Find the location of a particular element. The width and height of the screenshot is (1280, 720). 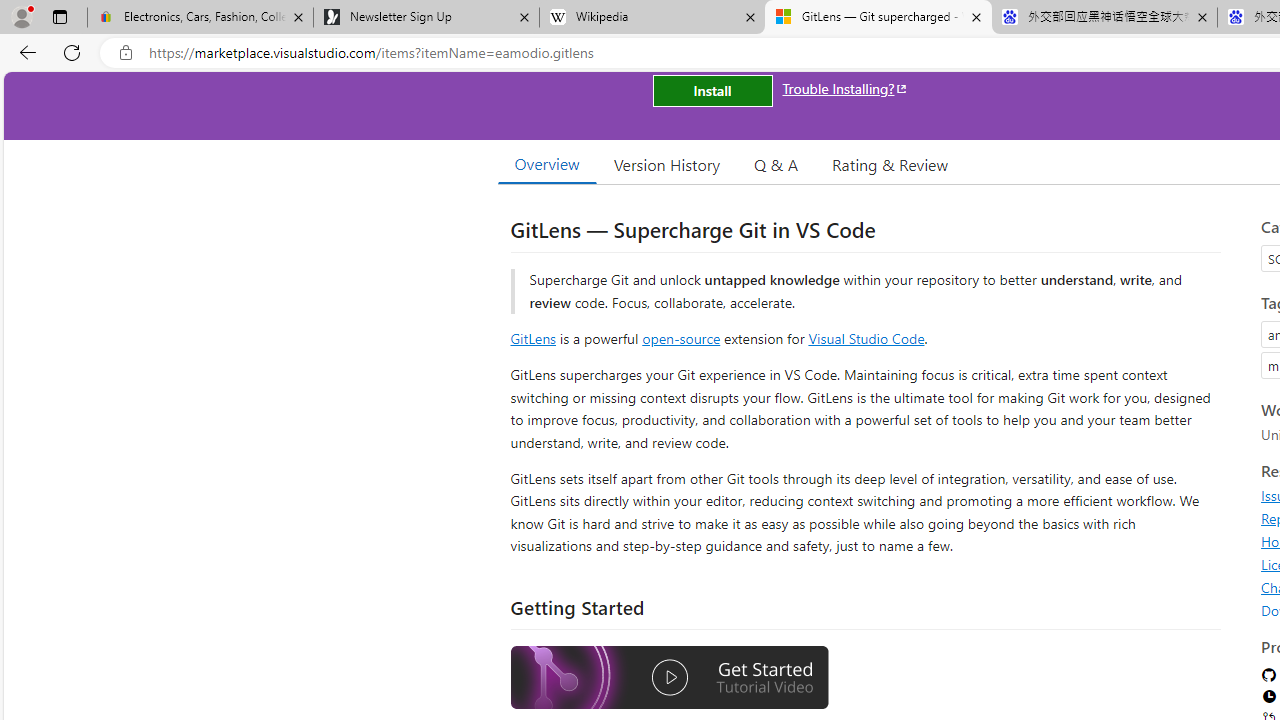

'Wikipedia' is located at coordinates (652, 17).